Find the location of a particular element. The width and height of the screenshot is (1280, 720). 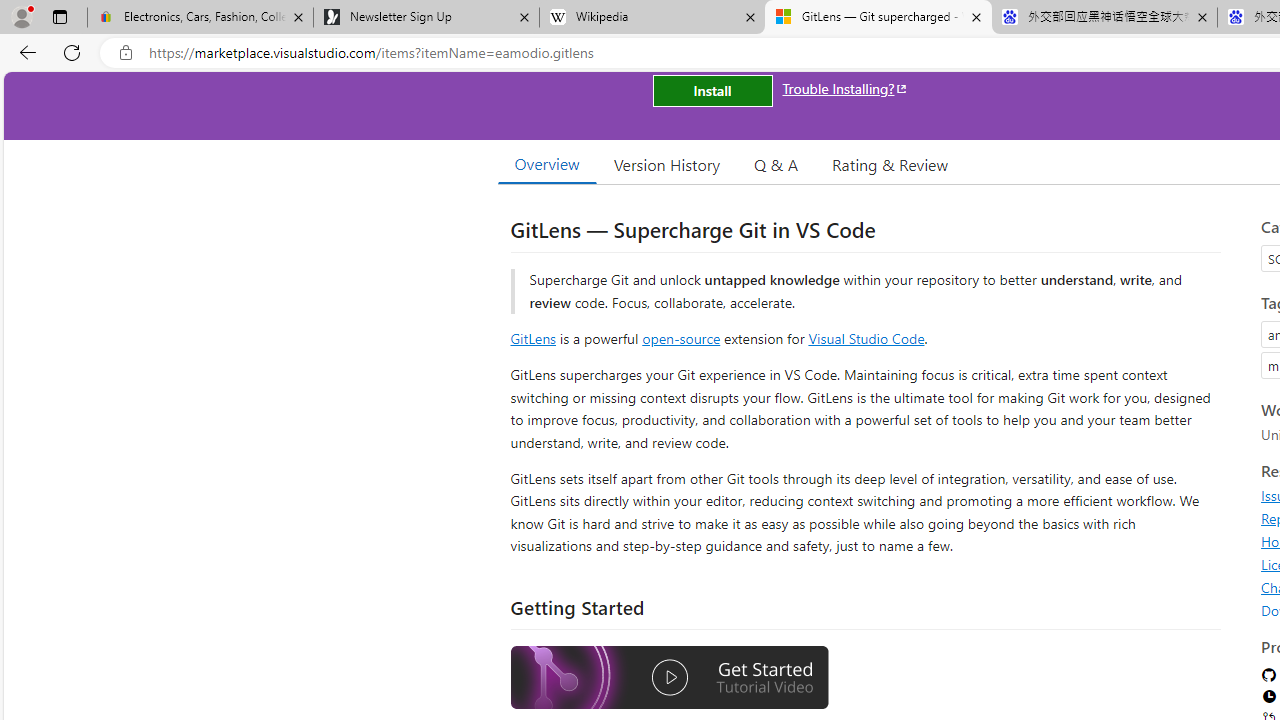

'Wikipedia' is located at coordinates (652, 17).